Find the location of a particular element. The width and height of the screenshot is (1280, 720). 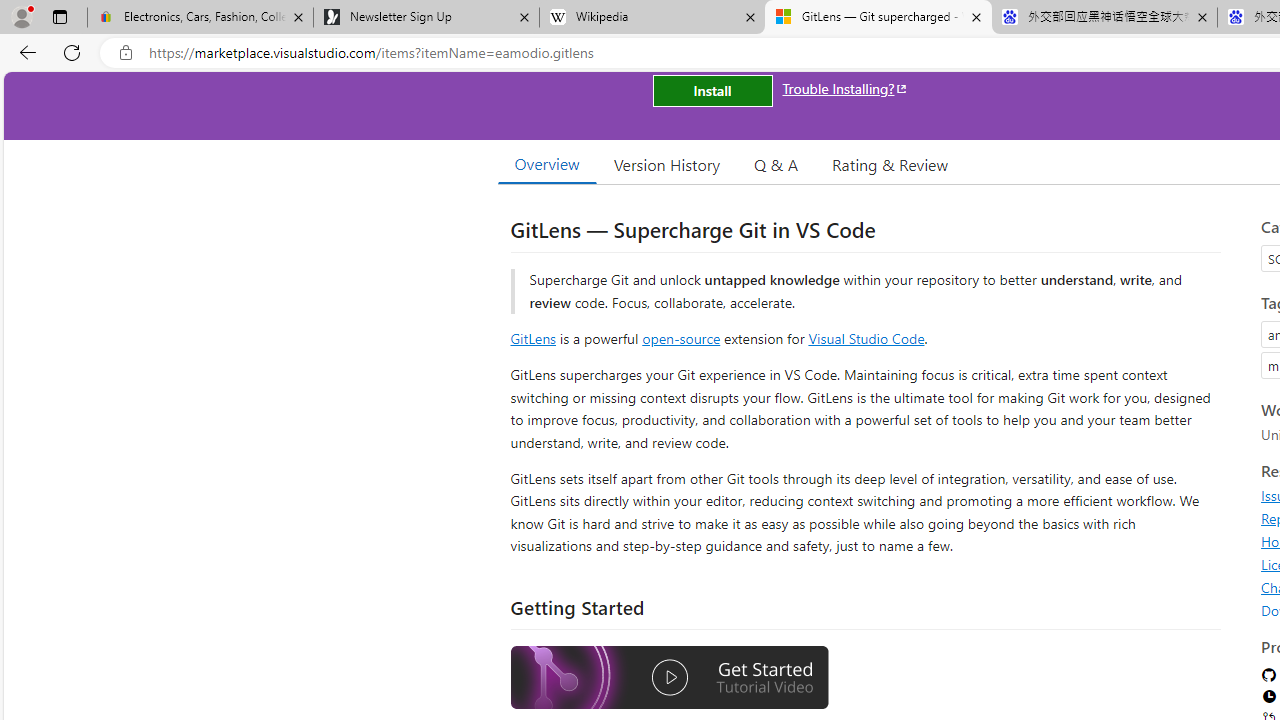

'Wikipedia' is located at coordinates (652, 17).